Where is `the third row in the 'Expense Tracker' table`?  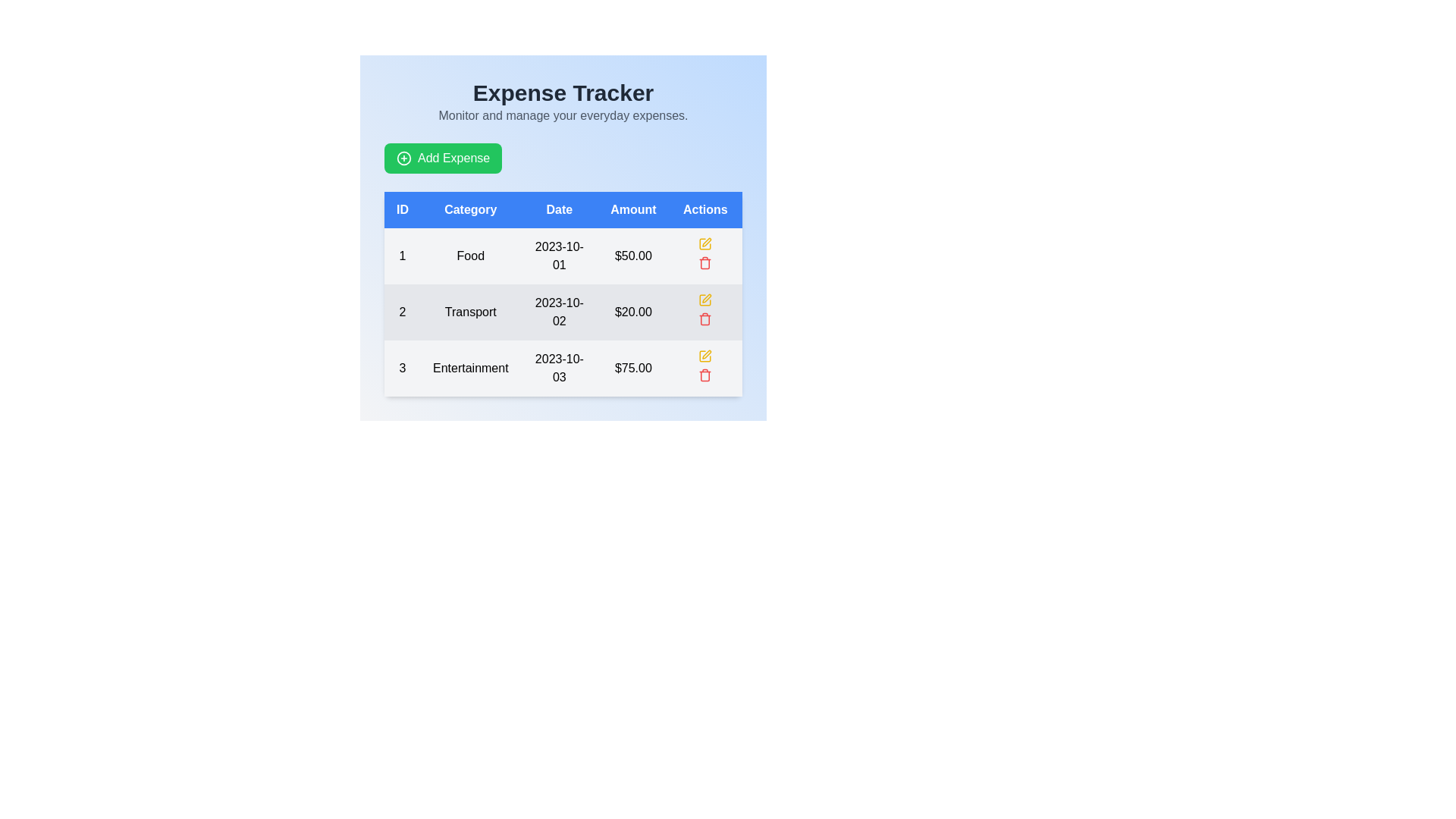
the third row in the 'Expense Tracker' table is located at coordinates (563, 369).